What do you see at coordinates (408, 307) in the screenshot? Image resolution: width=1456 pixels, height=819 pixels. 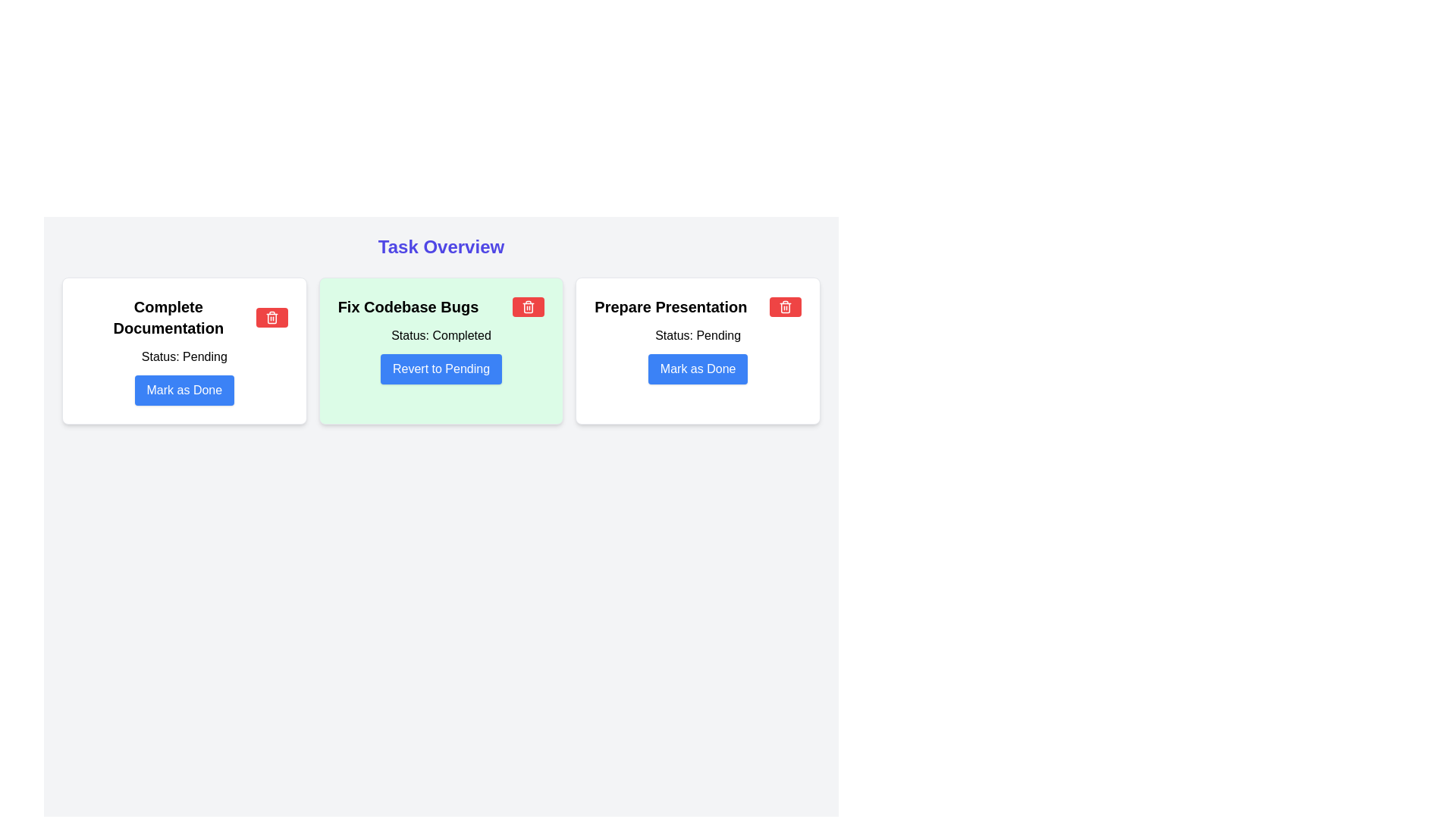 I see `the text element that says 'Fix Codebase Bugs', which is styled in bold and located at the top-left of the second task card` at bounding box center [408, 307].